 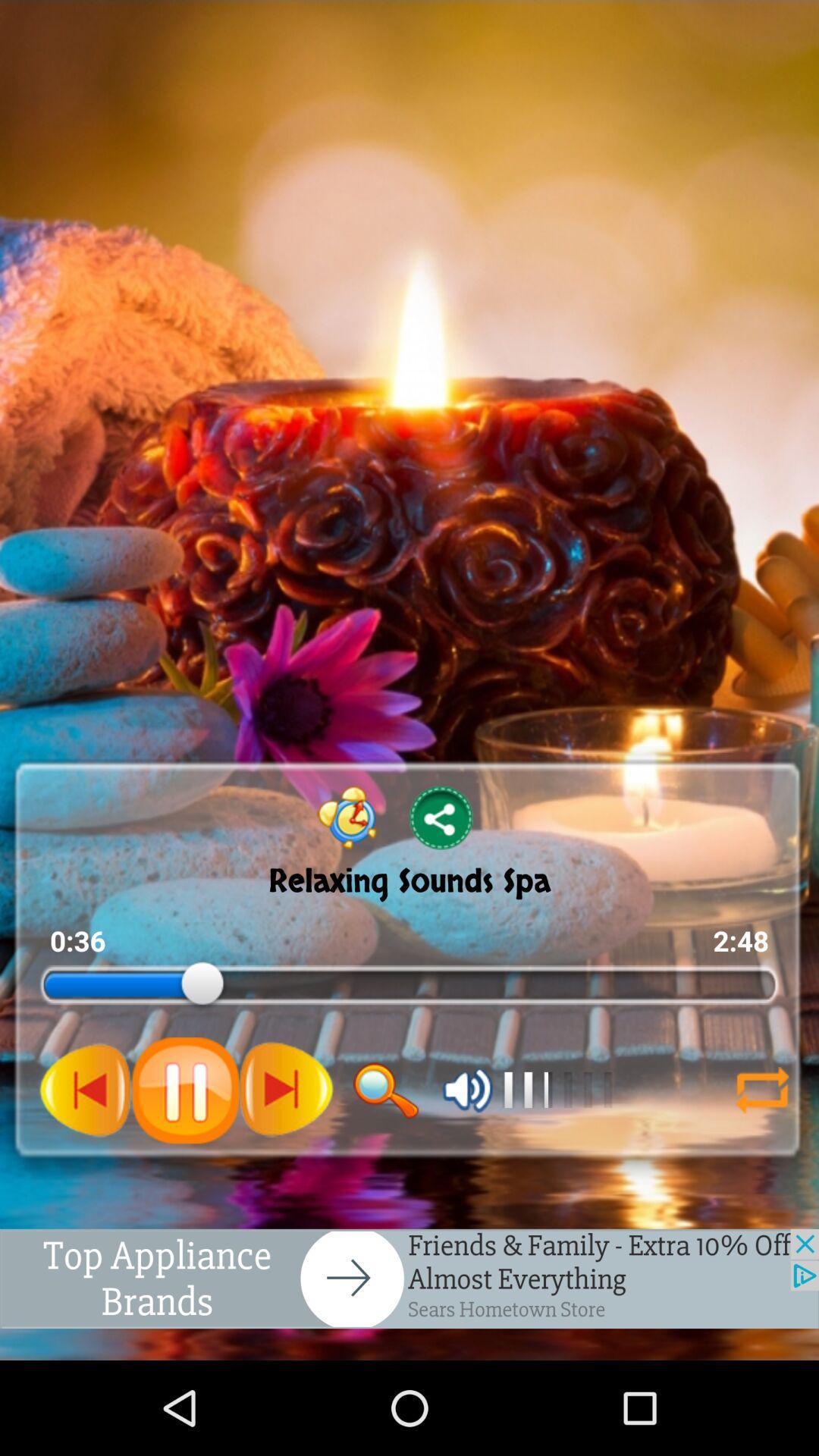 I want to click on share button, so click(x=441, y=817).